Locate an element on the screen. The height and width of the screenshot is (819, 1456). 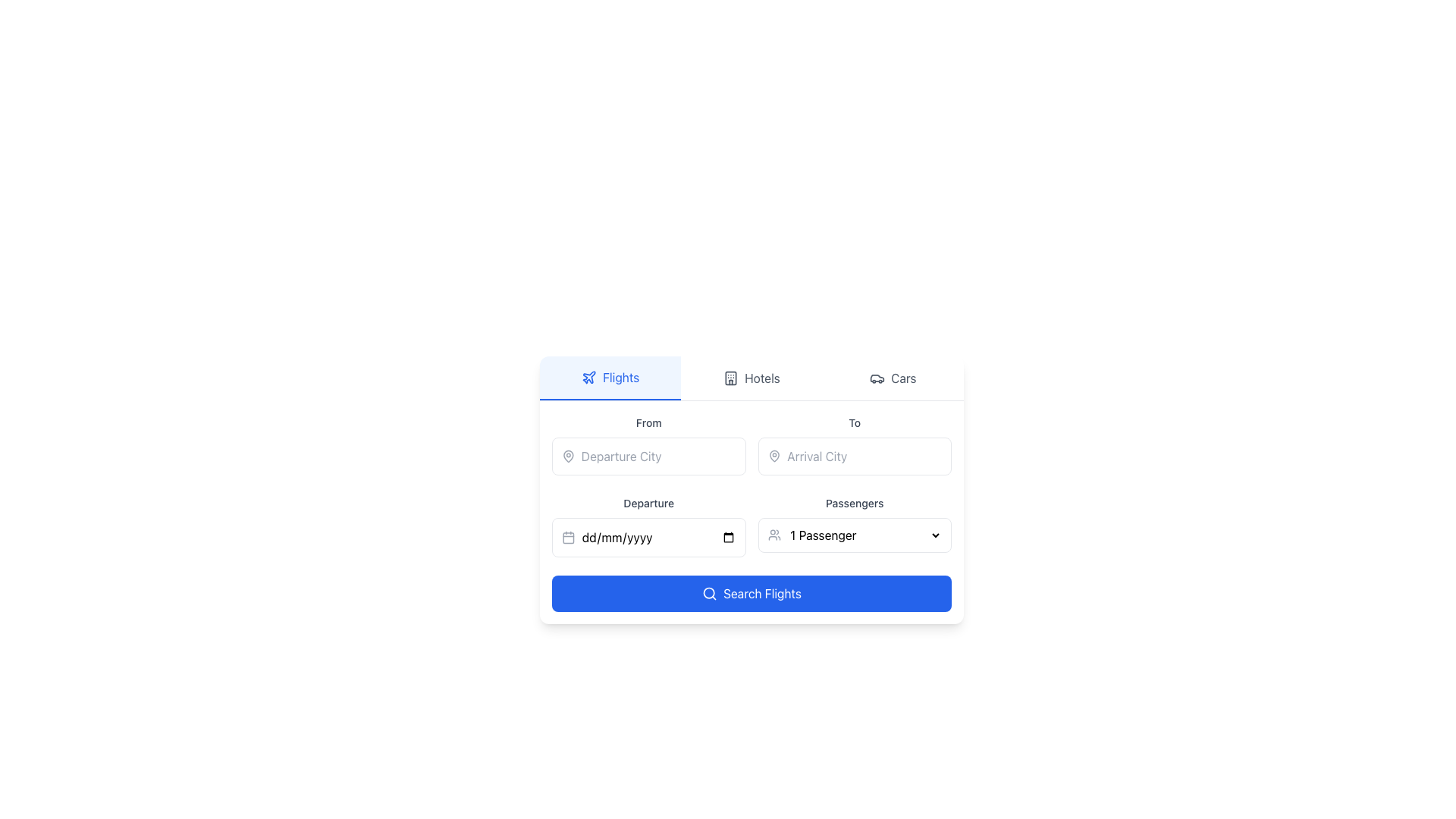
the search icon, which is a magnifying glass on a blue background, located to the left of the 'Search Flights' text within the button is located at coordinates (709, 593).